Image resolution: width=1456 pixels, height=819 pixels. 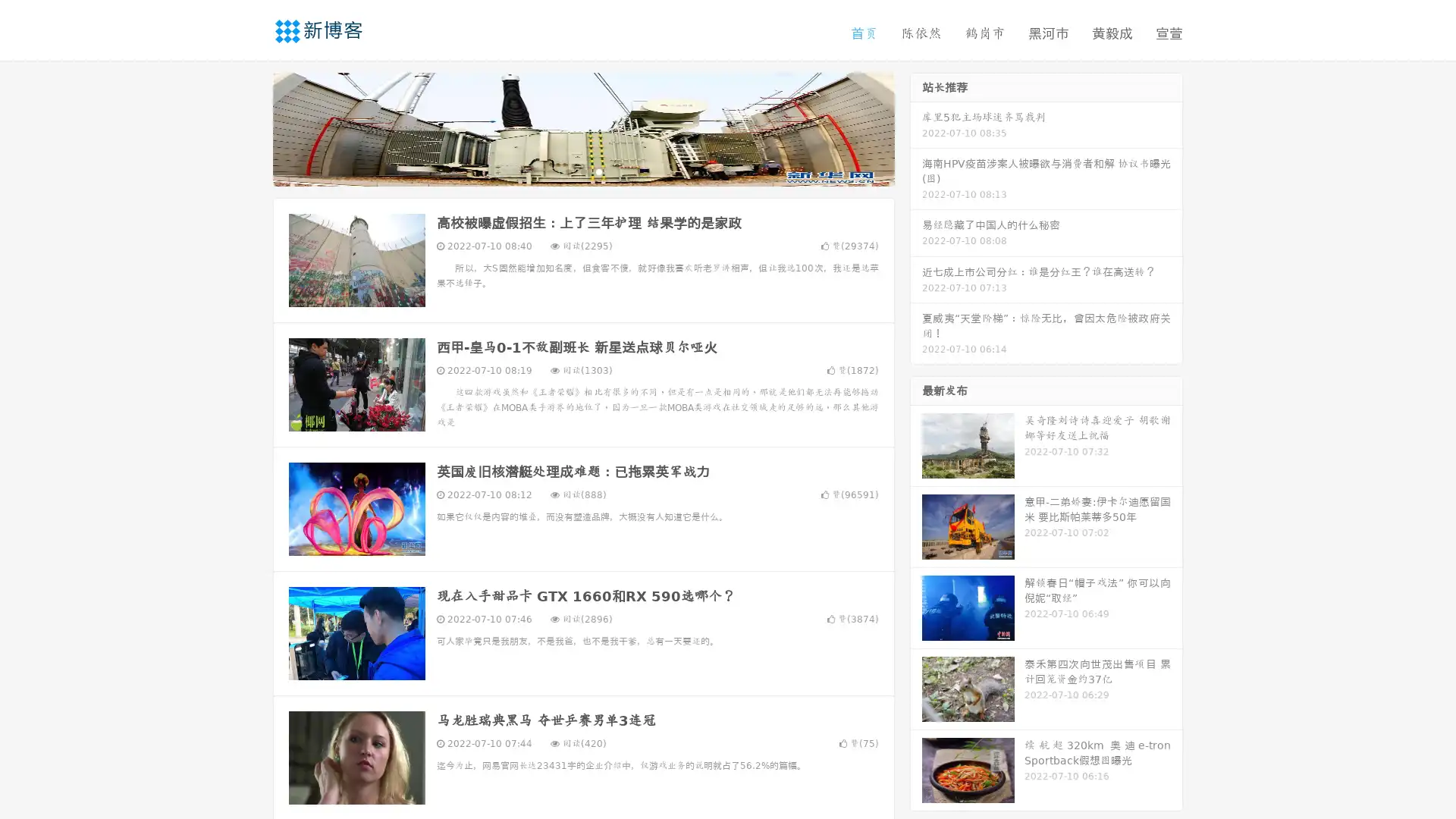 I want to click on Previous slide, so click(x=250, y=127).